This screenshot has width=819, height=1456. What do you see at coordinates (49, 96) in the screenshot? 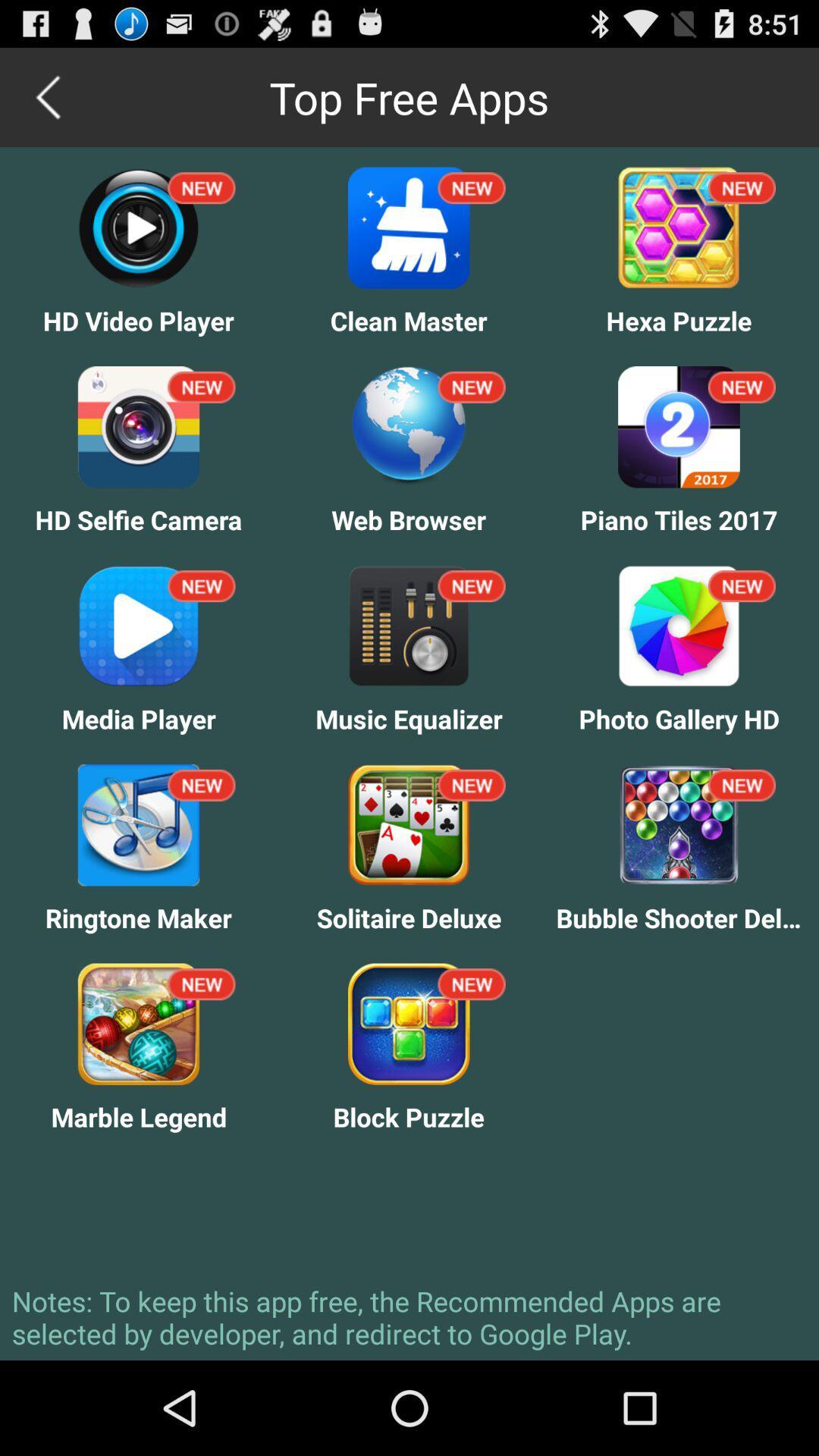
I see `the app to the left of top free apps` at bounding box center [49, 96].